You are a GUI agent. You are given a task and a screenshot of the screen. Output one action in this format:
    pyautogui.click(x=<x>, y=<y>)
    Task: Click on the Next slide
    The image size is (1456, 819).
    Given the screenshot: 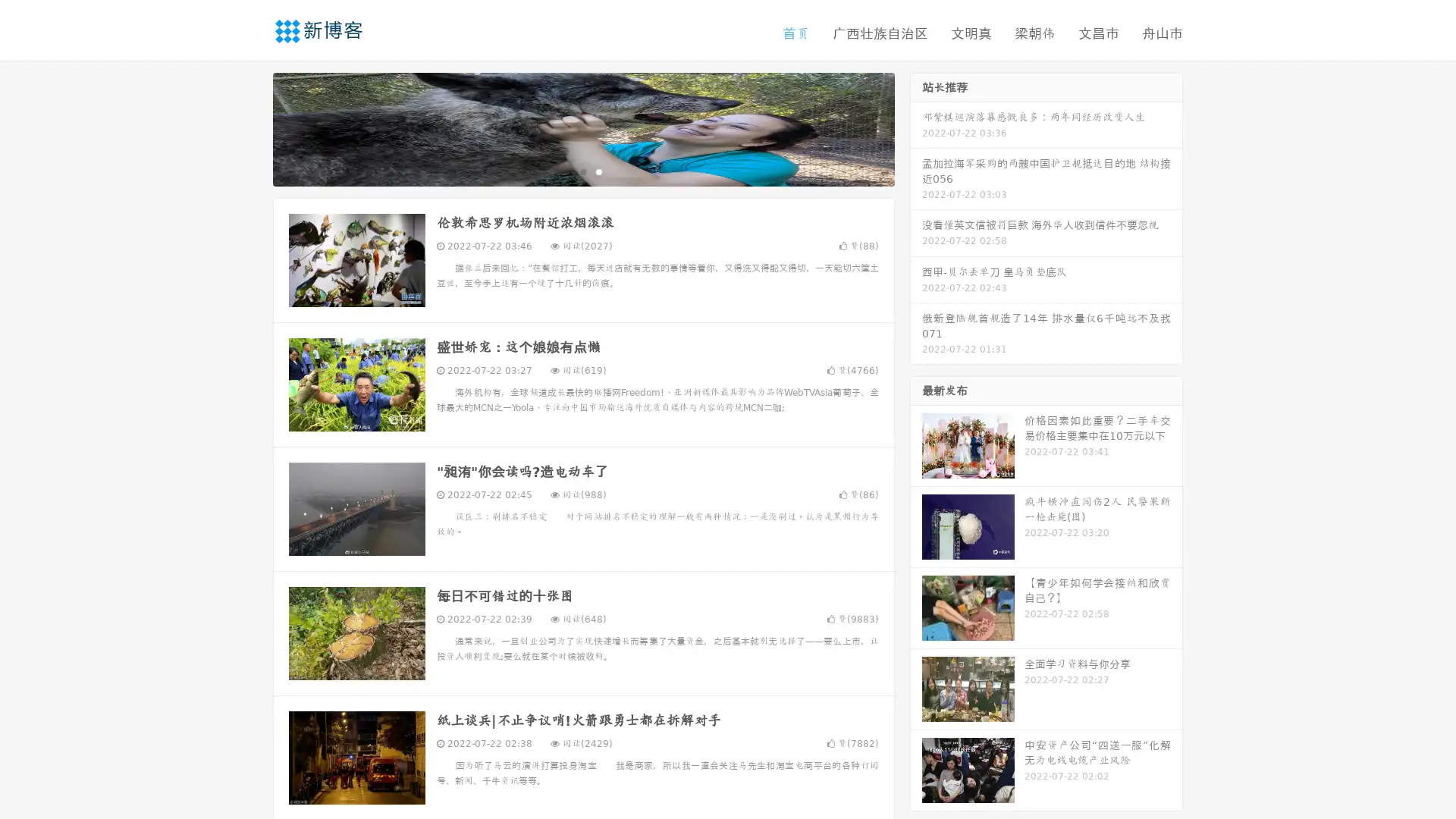 What is the action you would take?
    pyautogui.click(x=916, y=127)
    